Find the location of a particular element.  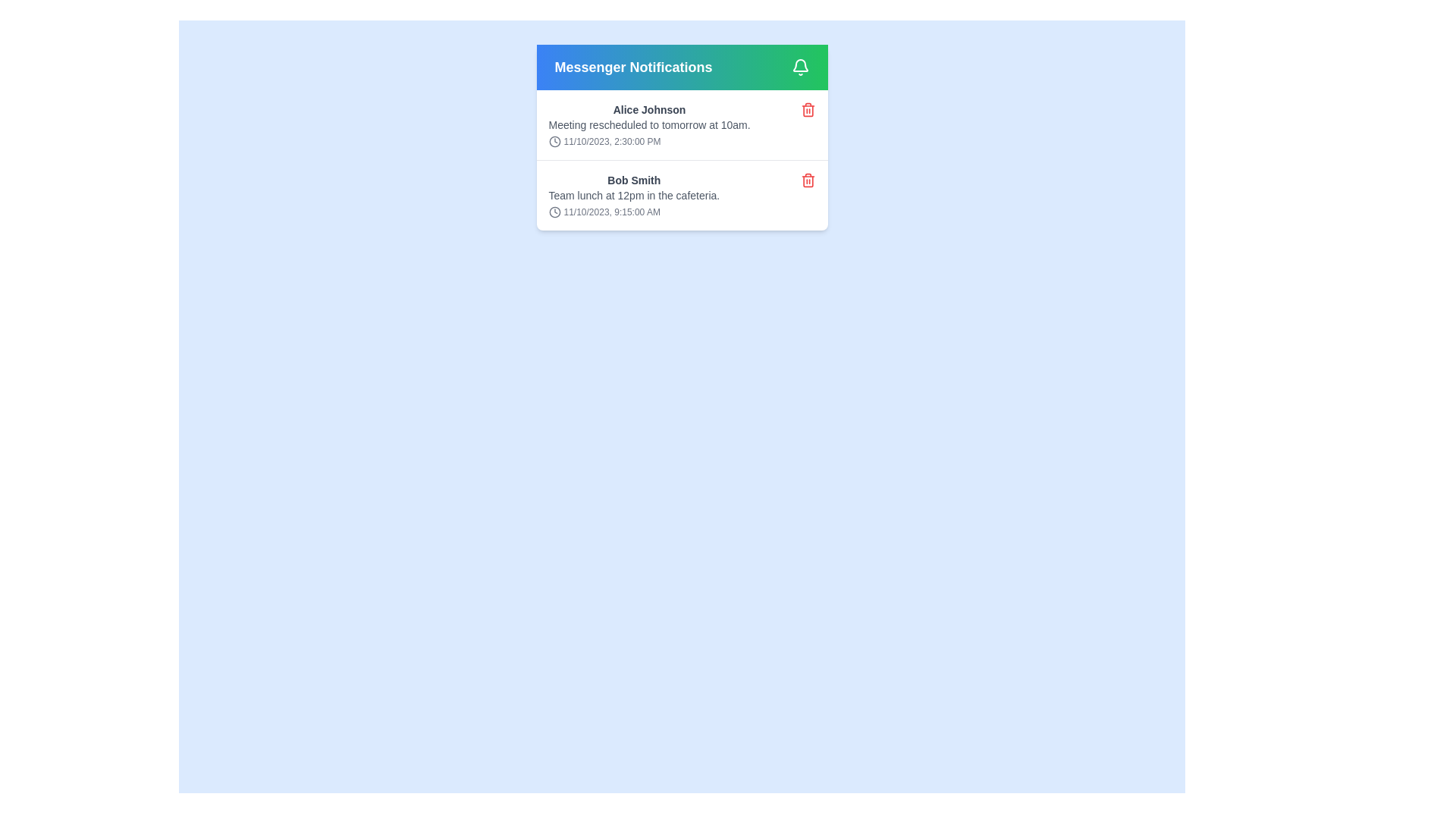

the first notification entry in the notification panel is located at coordinates (681, 137).